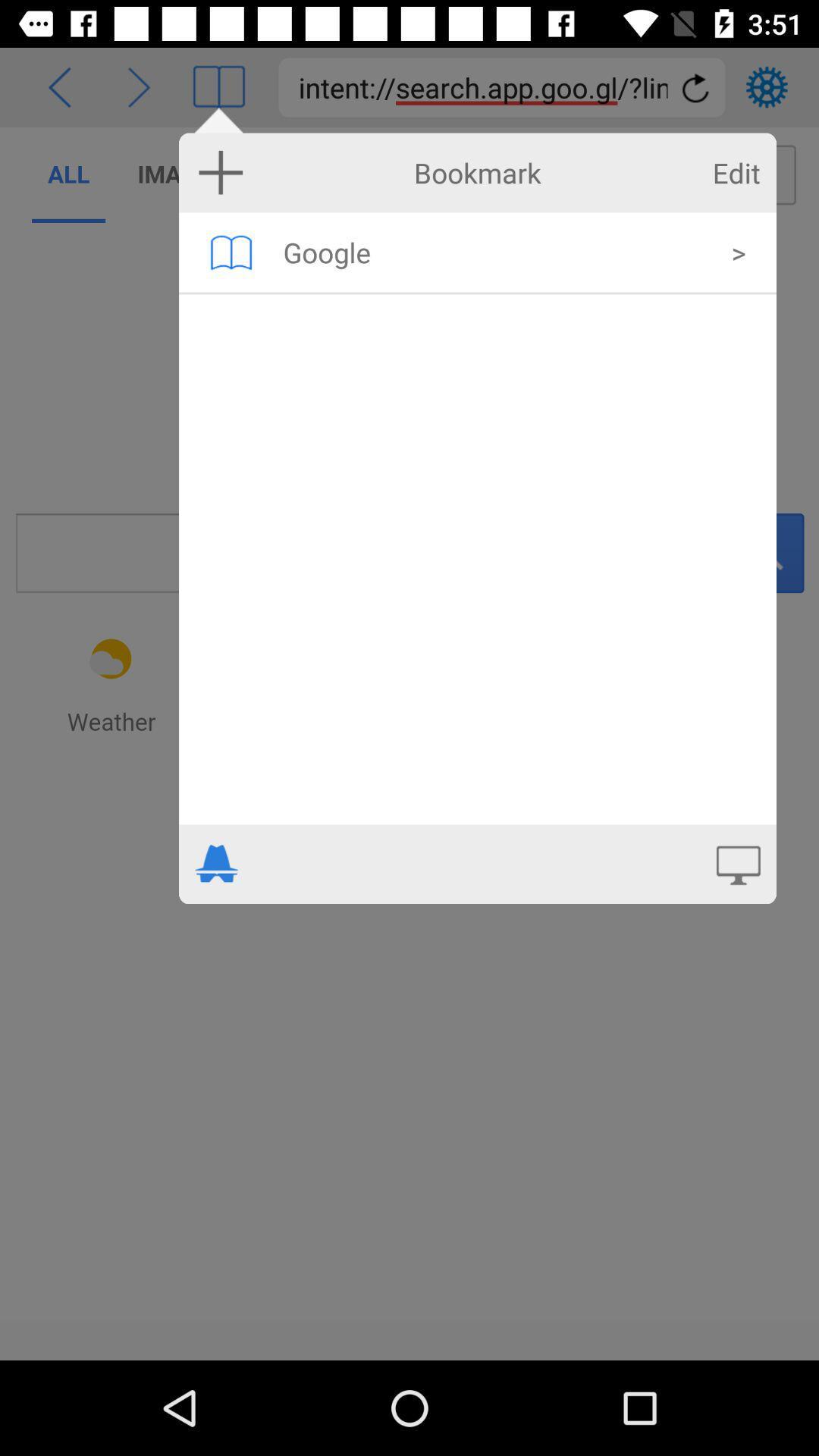  What do you see at coordinates (497, 252) in the screenshot?
I see `the google item` at bounding box center [497, 252].